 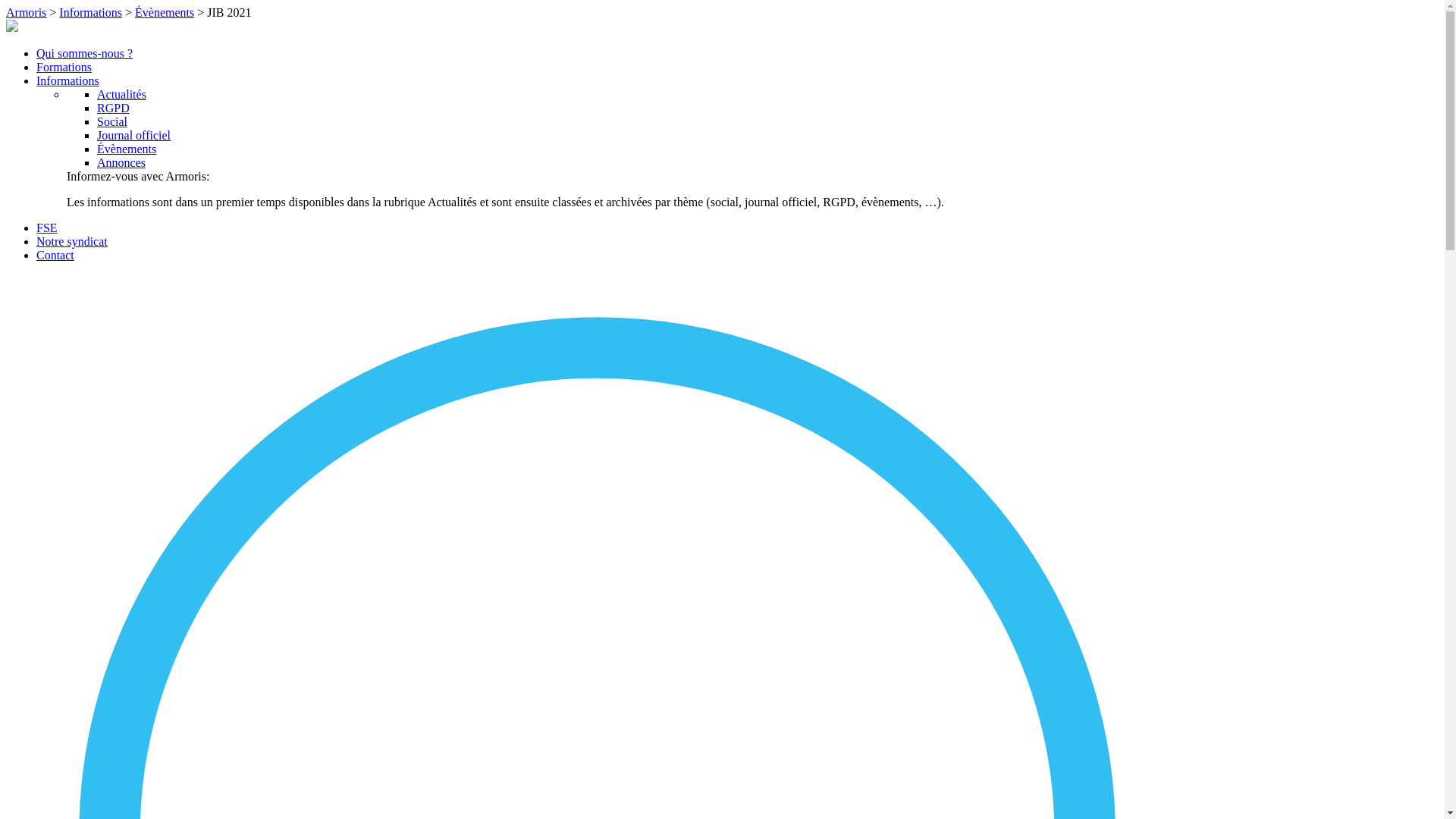 I want to click on 'FSE', so click(x=36, y=227).